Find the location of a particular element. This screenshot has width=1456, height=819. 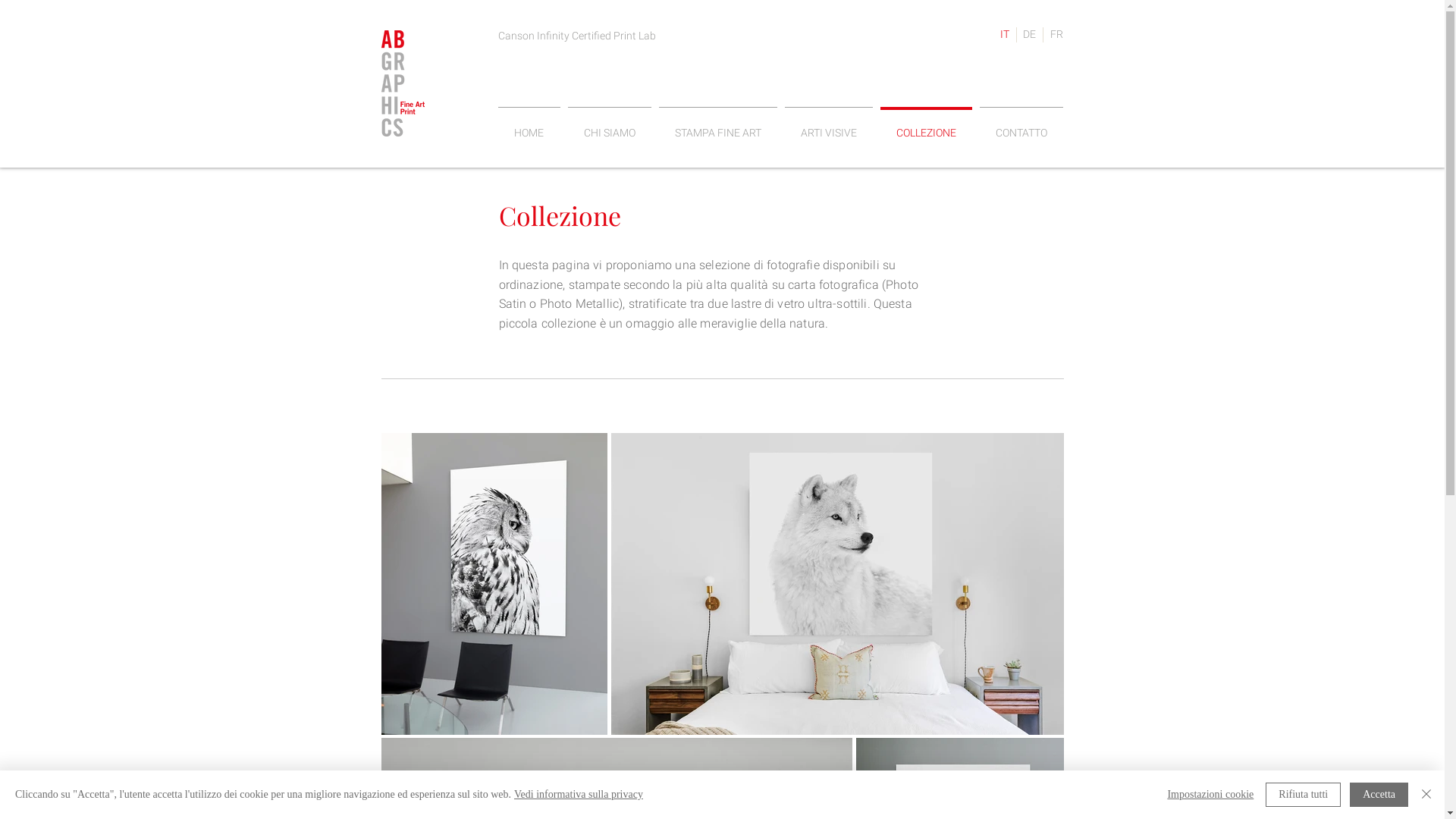

'Rifiuta tutti' is located at coordinates (1266, 794).